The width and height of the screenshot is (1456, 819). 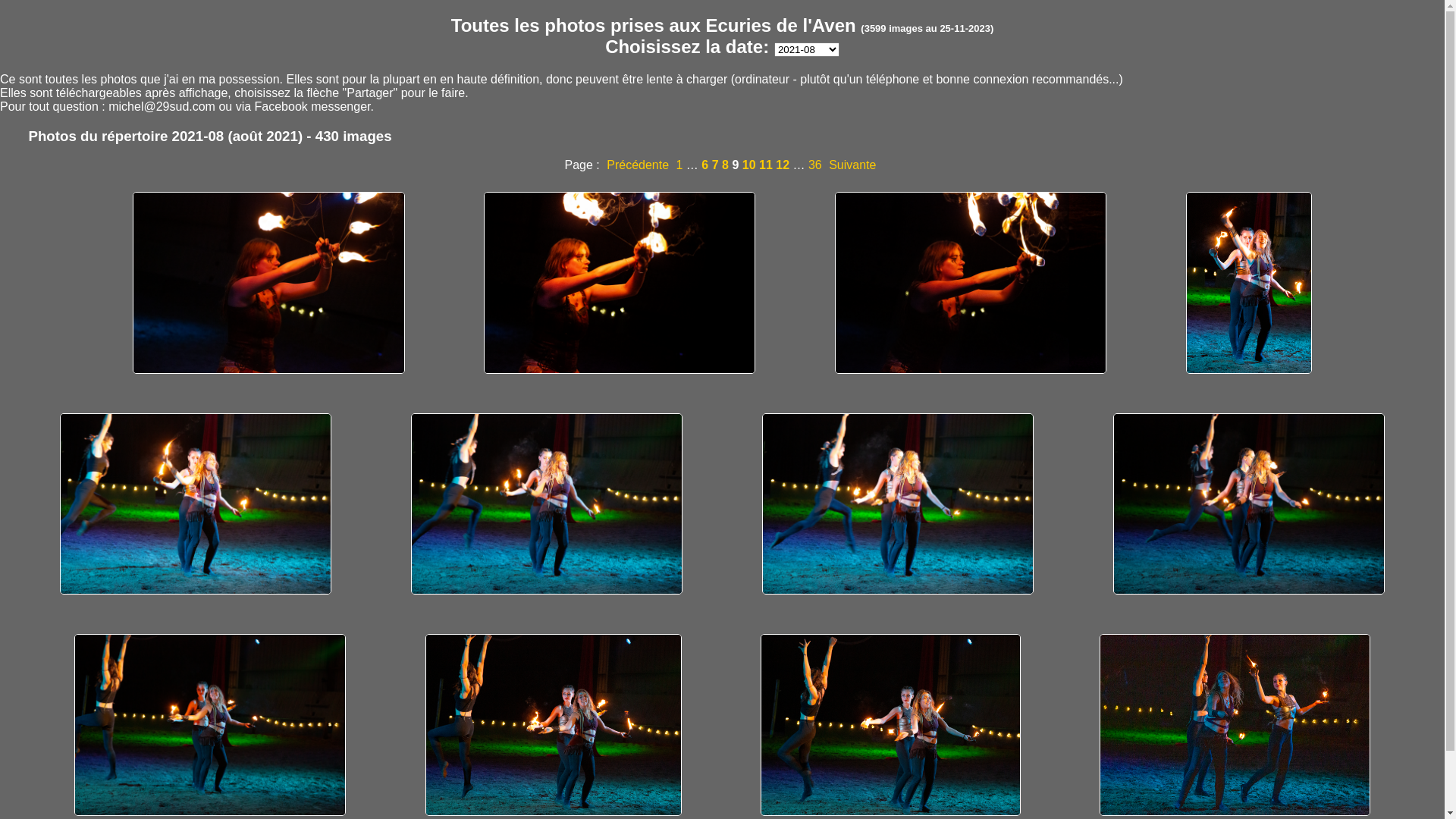 What do you see at coordinates (711, 165) in the screenshot?
I see `'7'` at bounding box center [711, 165].